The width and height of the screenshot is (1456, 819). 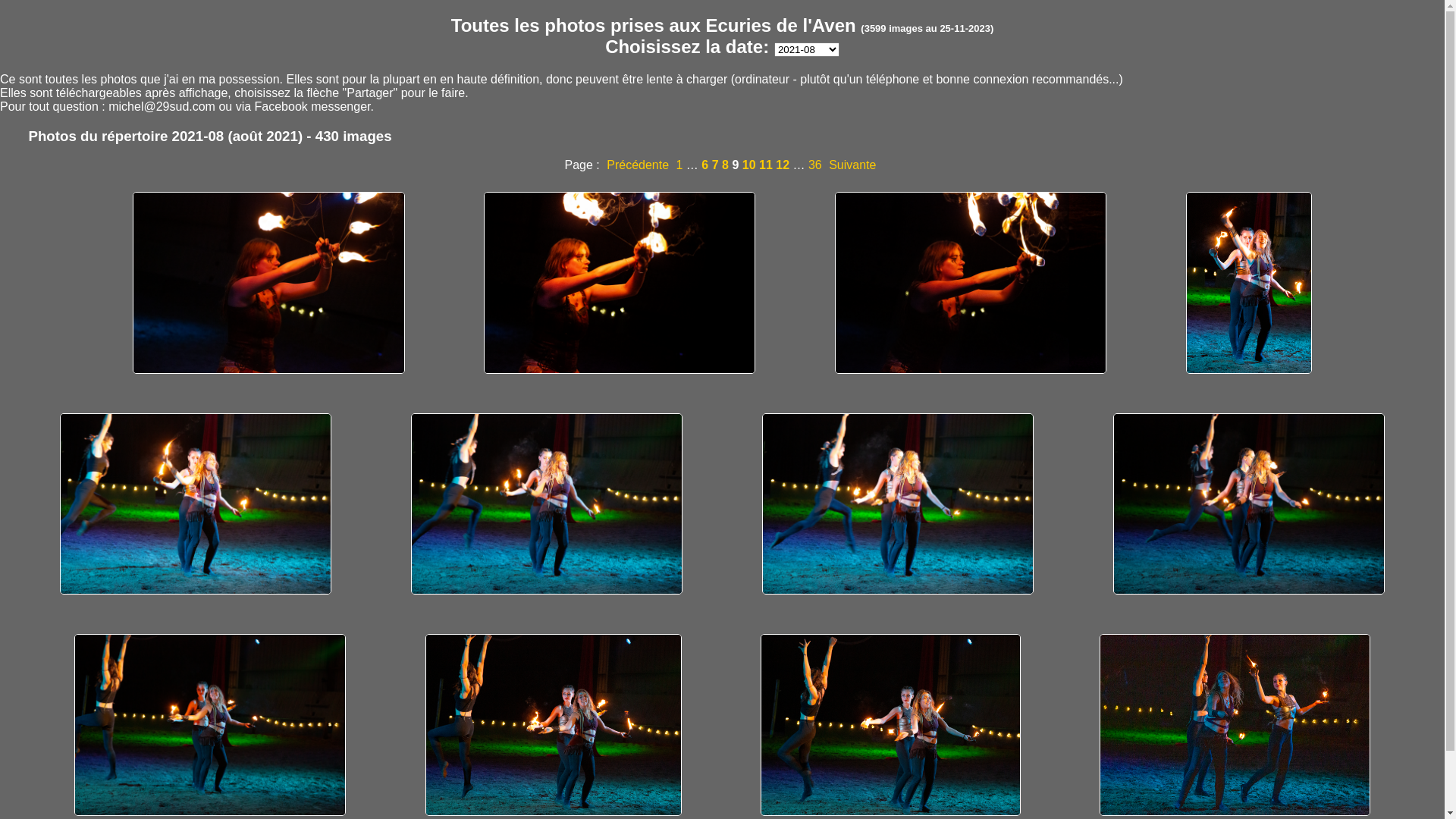 What do you see at coordinates (711, 165) in the screenshot?
I see `'7'` at bounding box center [711, 165].